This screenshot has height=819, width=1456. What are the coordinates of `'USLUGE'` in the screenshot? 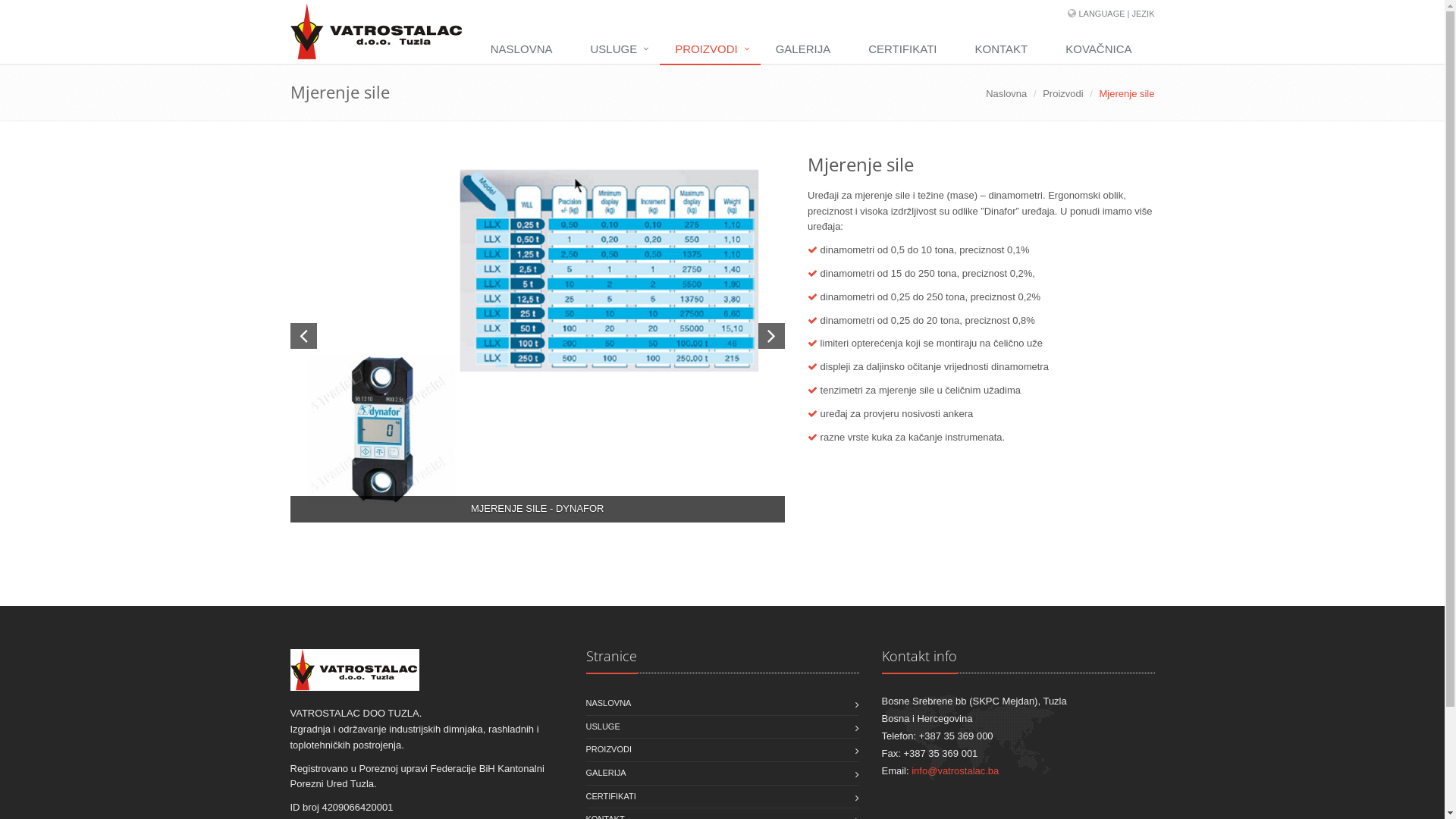 It's located at (617, 49).